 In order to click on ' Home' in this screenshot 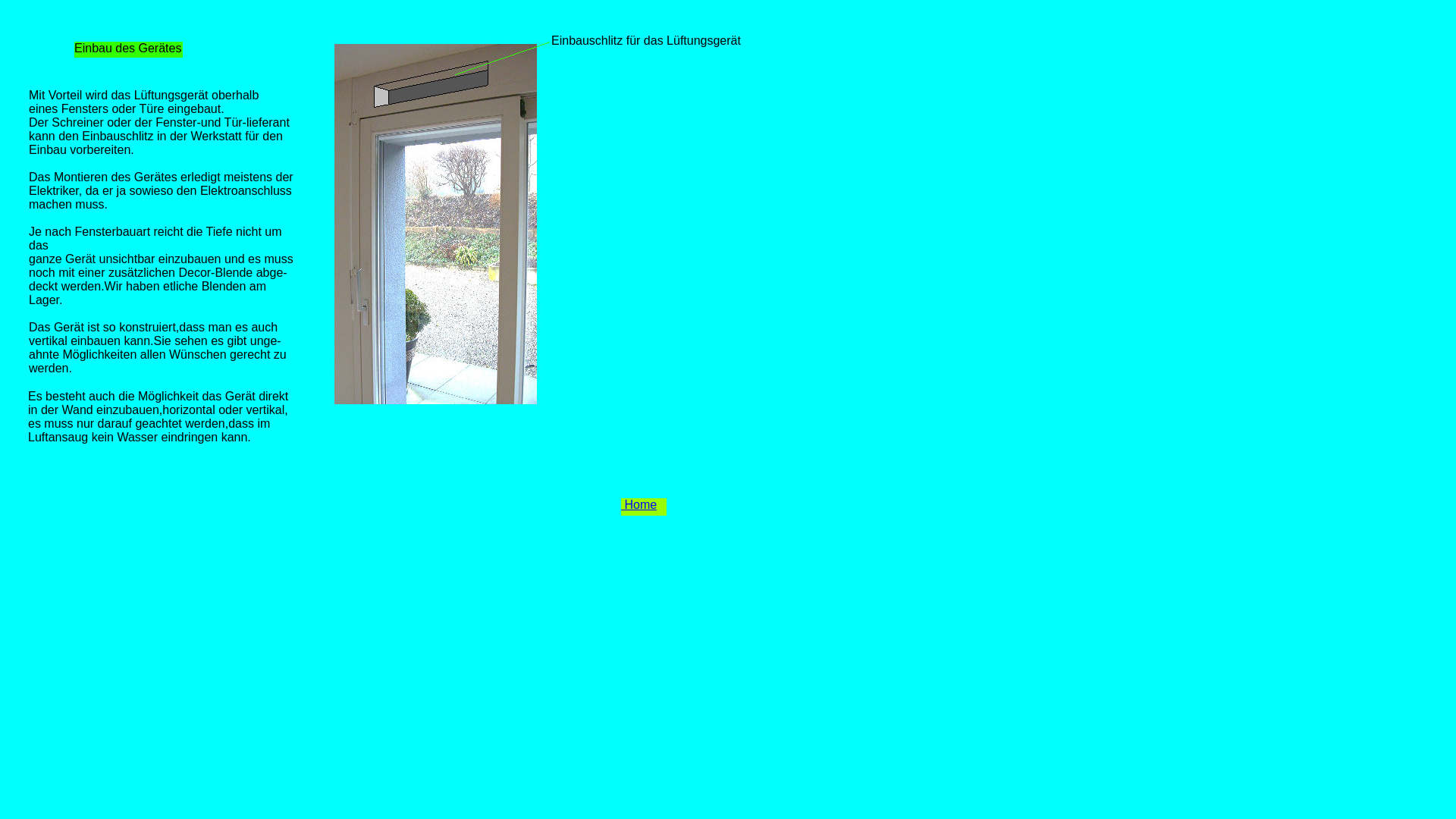, I will do `click(639, 504)`.